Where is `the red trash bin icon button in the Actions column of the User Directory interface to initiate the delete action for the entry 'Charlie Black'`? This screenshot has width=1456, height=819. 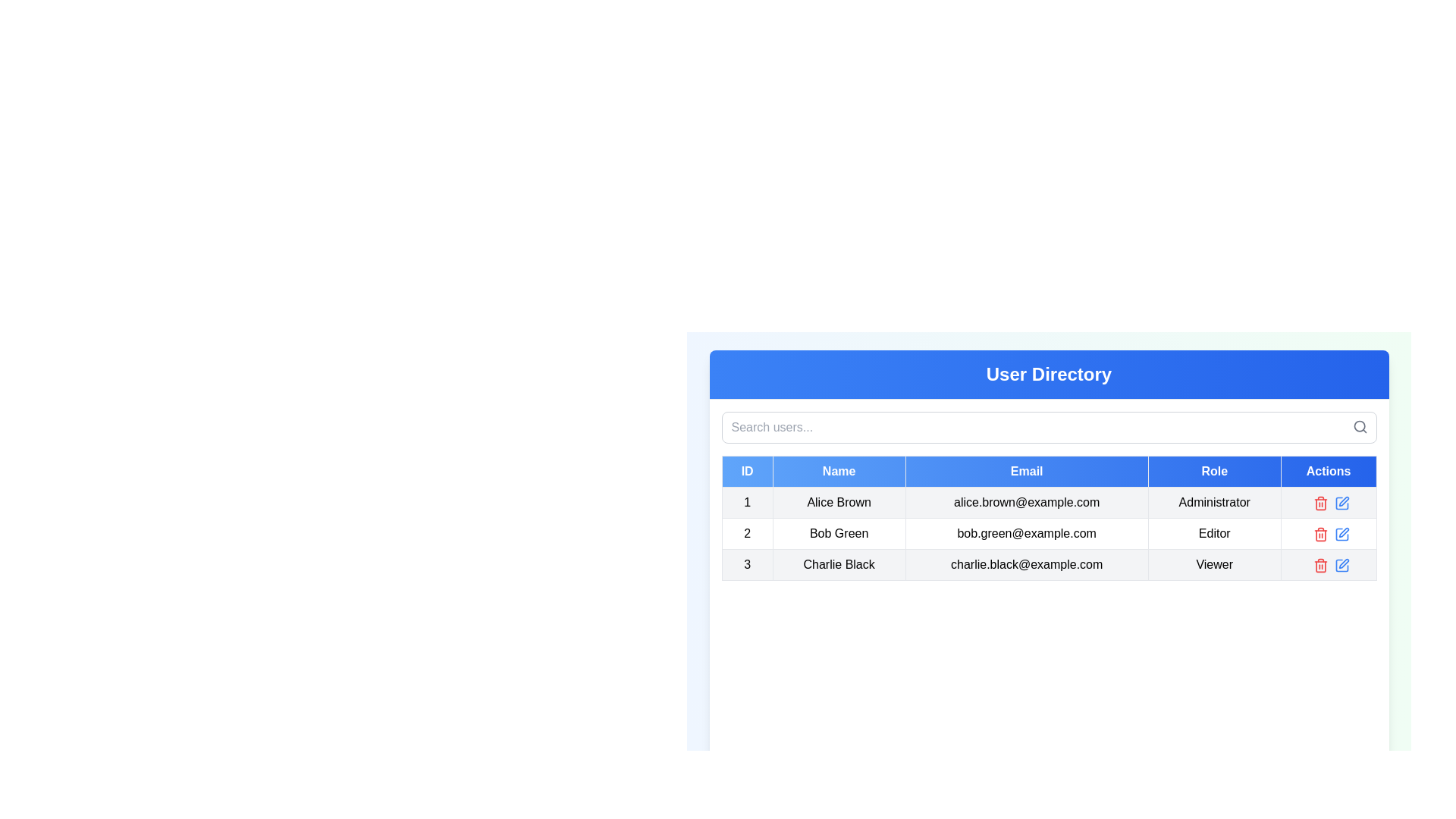
the red trash bin icon button in the Actions column of the User Directory interface to initiate the delete action for the entry 'Charlie Black' is located at coordinates (1320, 564).